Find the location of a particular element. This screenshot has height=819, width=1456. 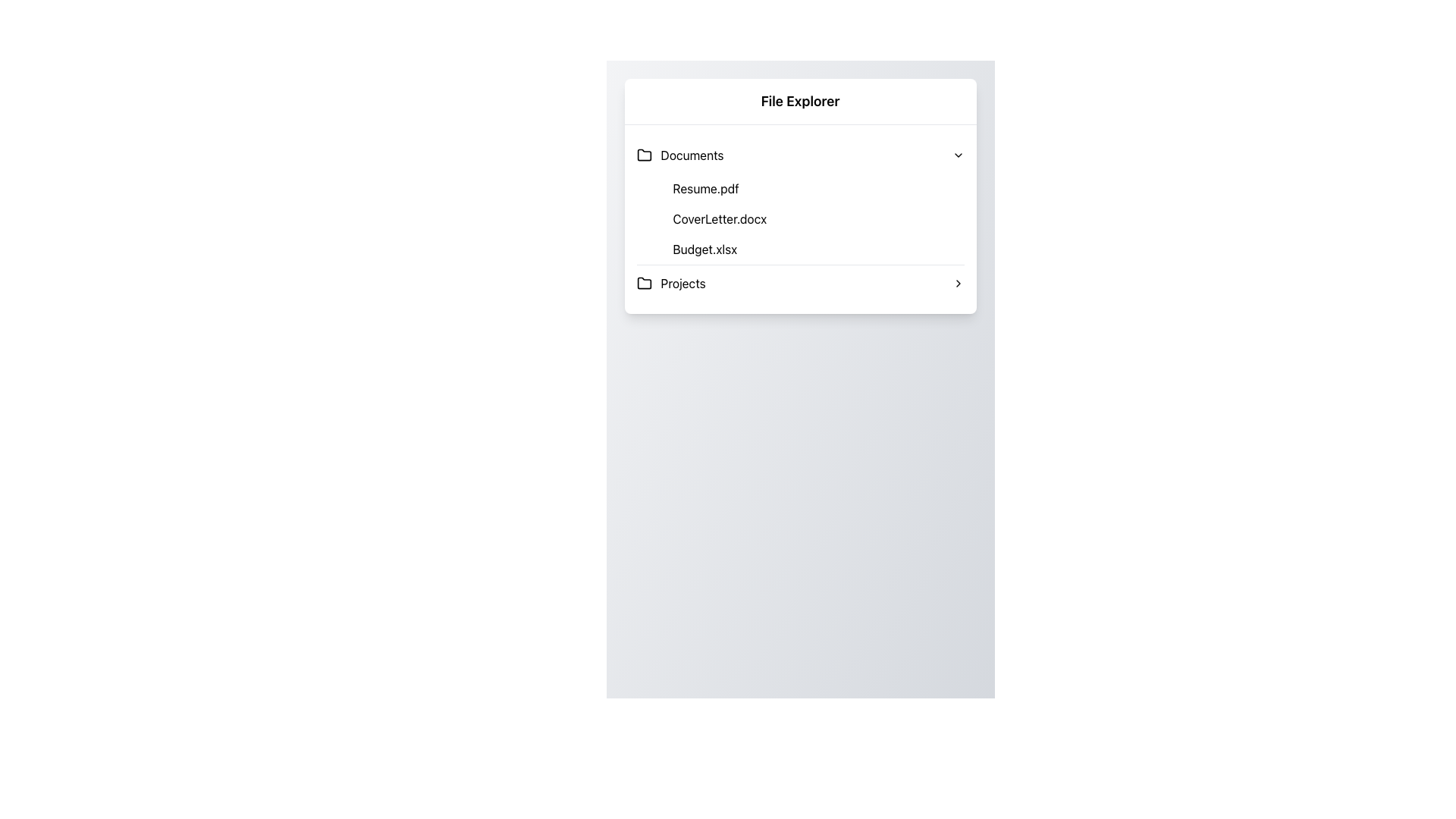

the 'Projects' folder button, which is represented by the label 'Projects' and a folder icon is located at coordinates (670, 284).